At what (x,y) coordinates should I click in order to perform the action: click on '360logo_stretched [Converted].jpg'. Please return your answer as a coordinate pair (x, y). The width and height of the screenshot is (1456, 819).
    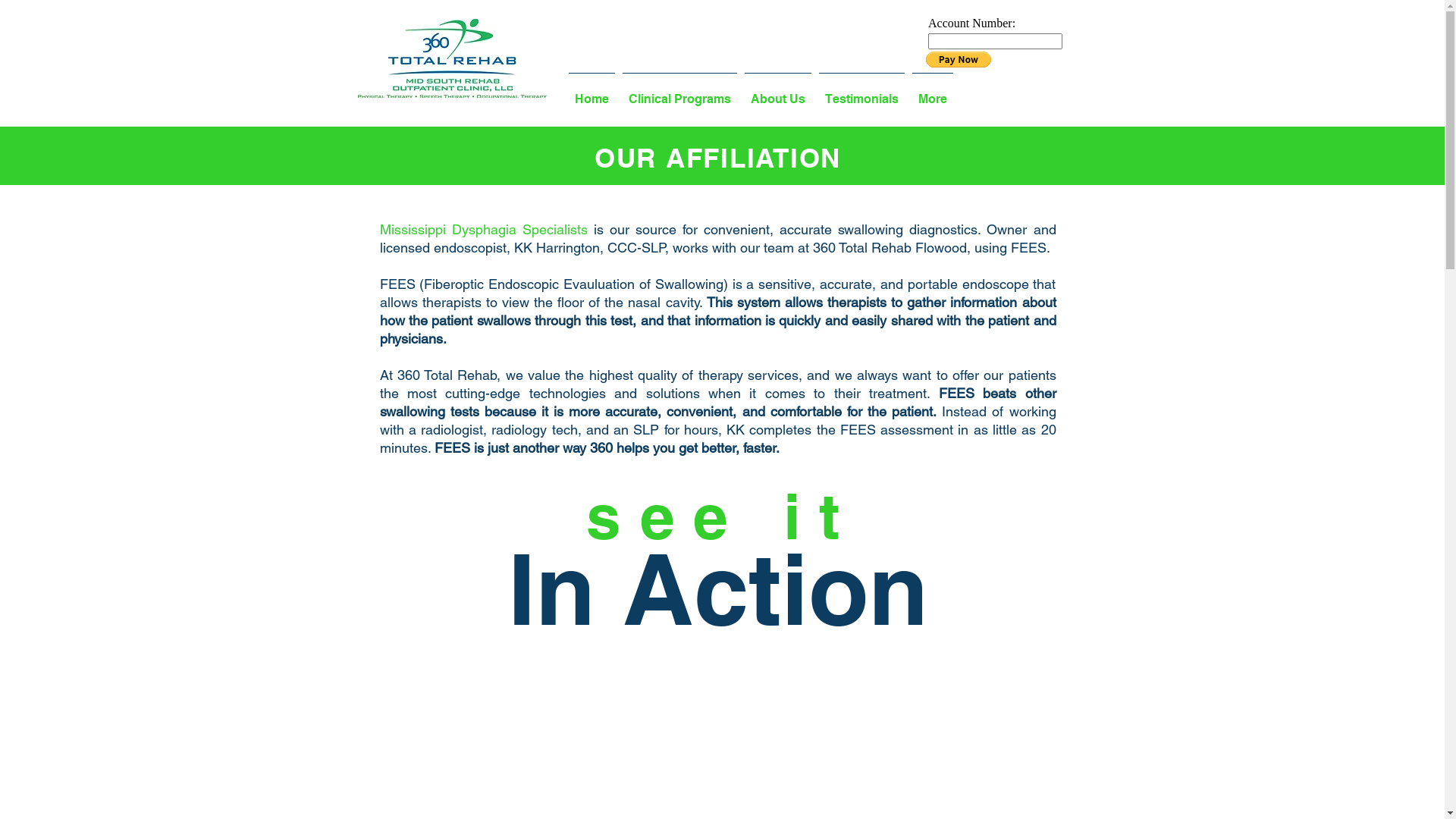
    Looking at the image, I should click on (451, 58).